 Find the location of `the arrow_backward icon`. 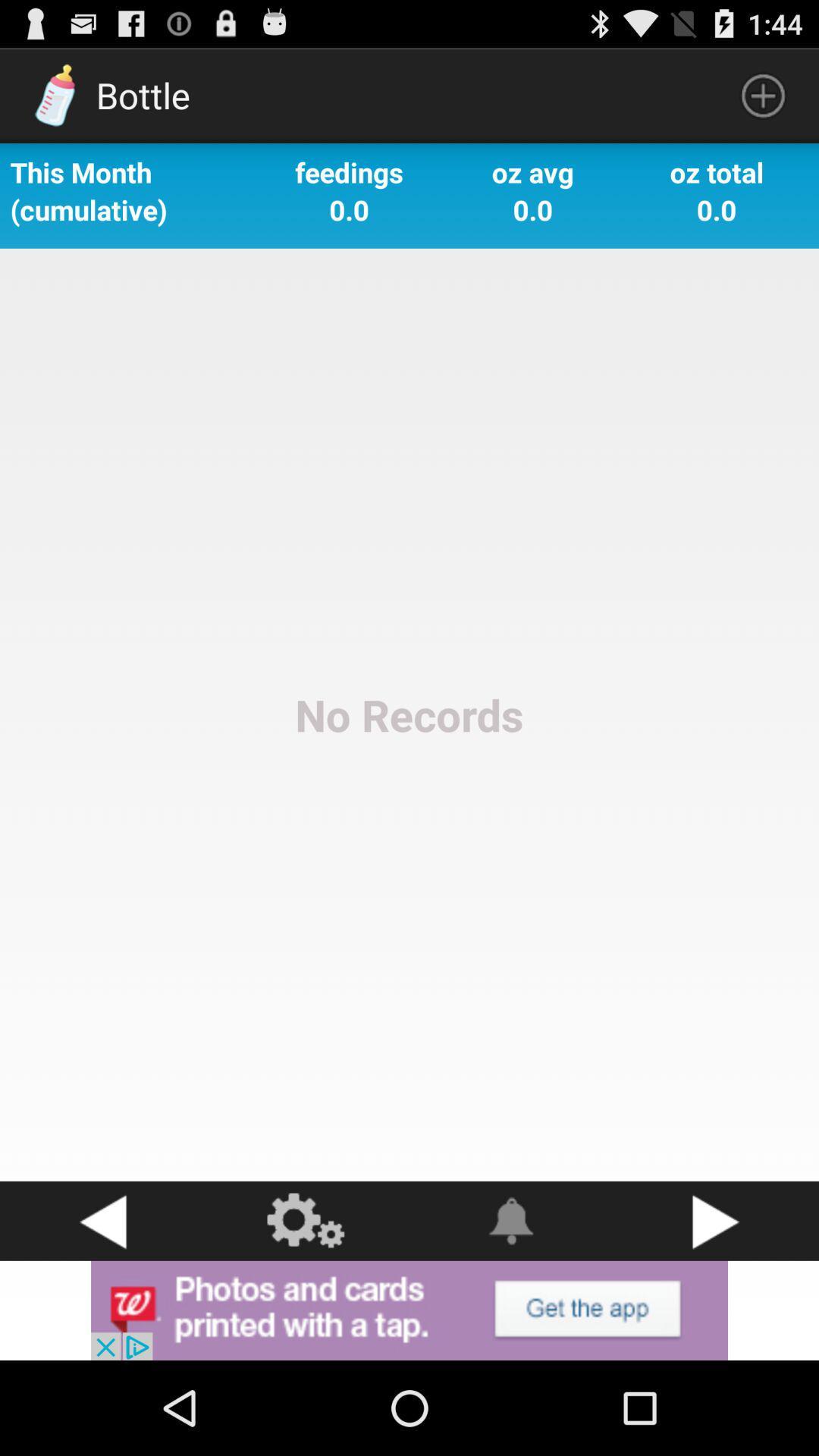

the arrow_backward icon is located at coordinates (102, 1306).